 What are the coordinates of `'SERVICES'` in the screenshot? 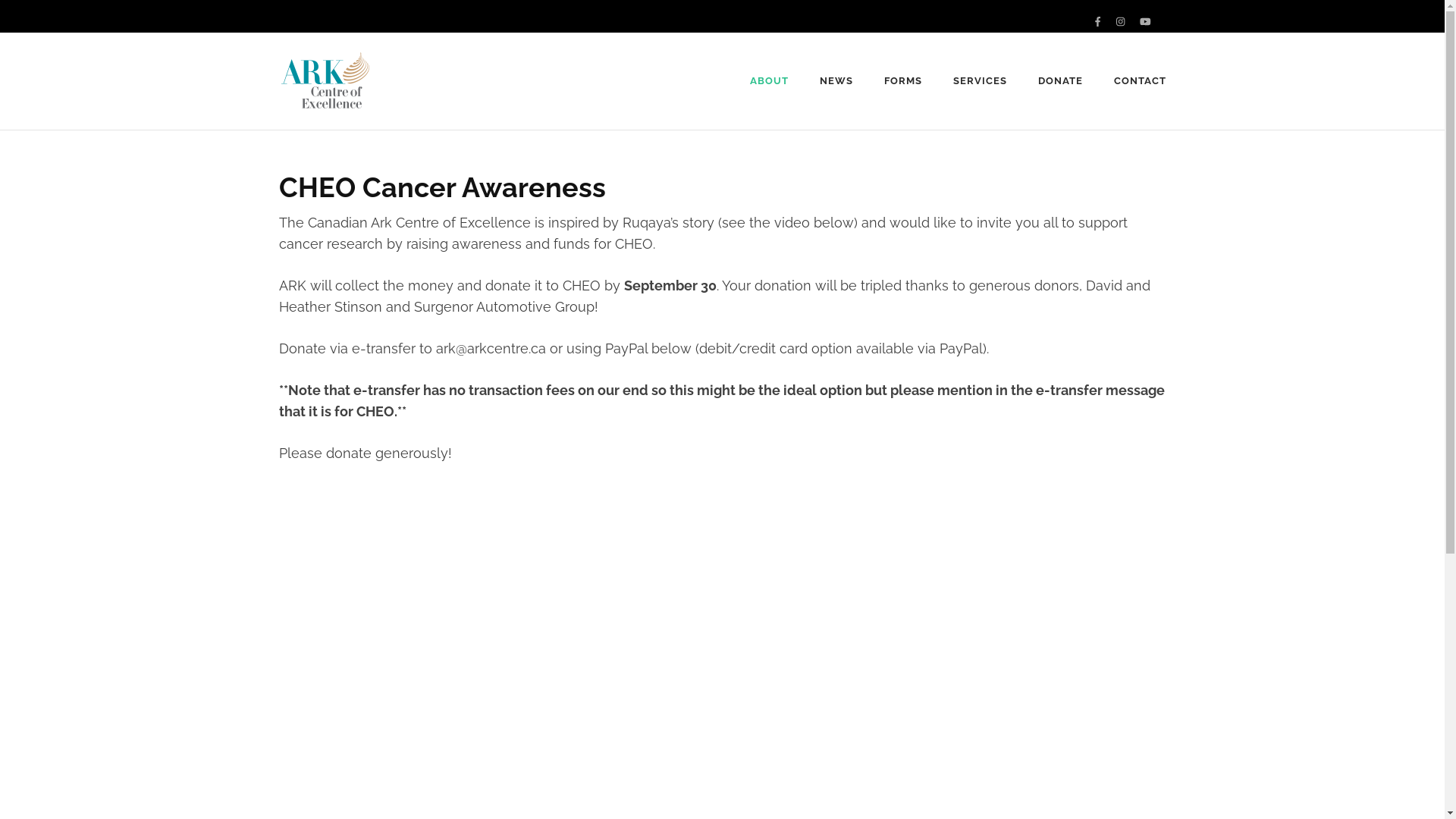 It's located at (980, 81).